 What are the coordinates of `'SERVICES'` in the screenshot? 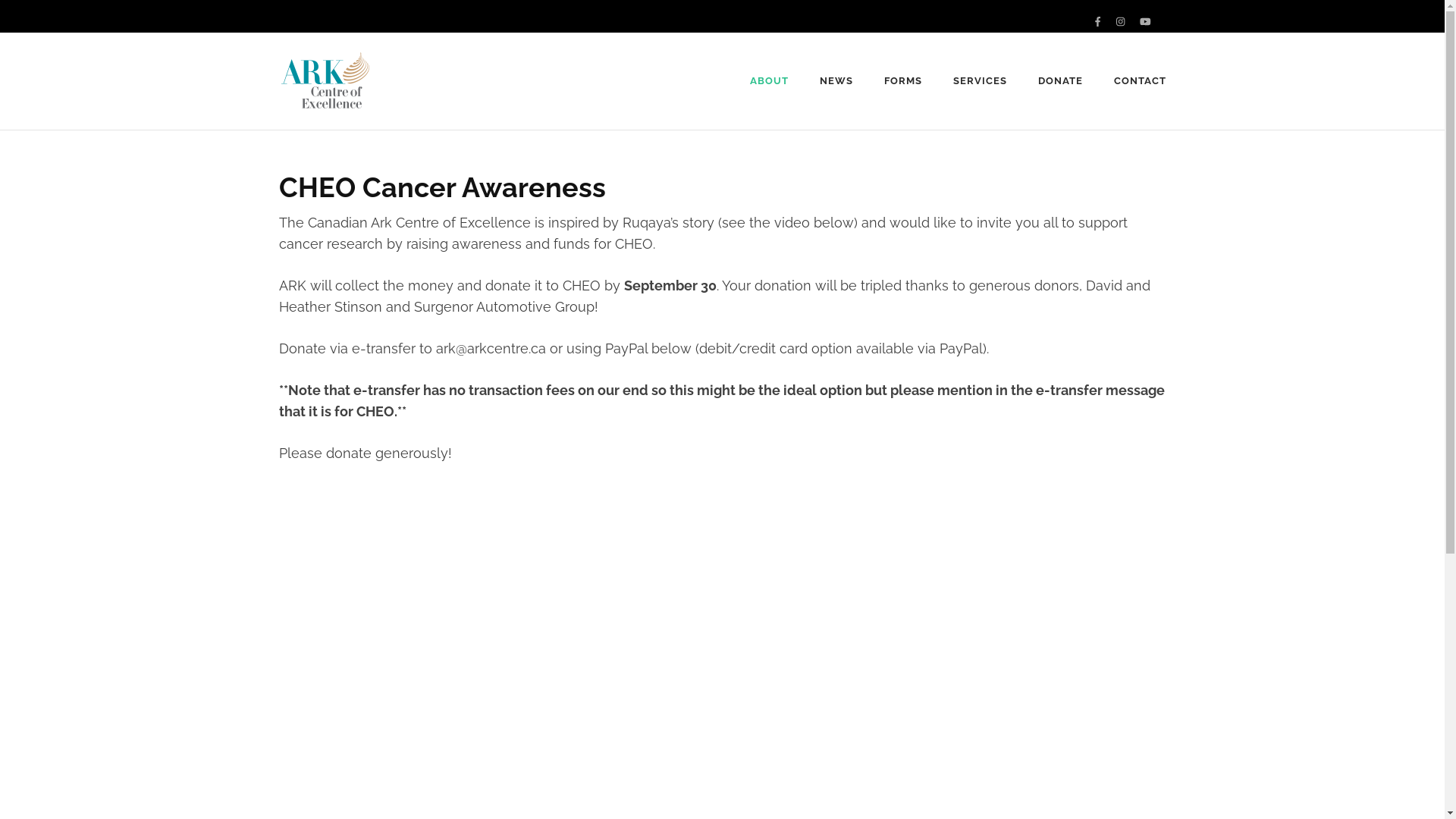 It's located at (980, 81).